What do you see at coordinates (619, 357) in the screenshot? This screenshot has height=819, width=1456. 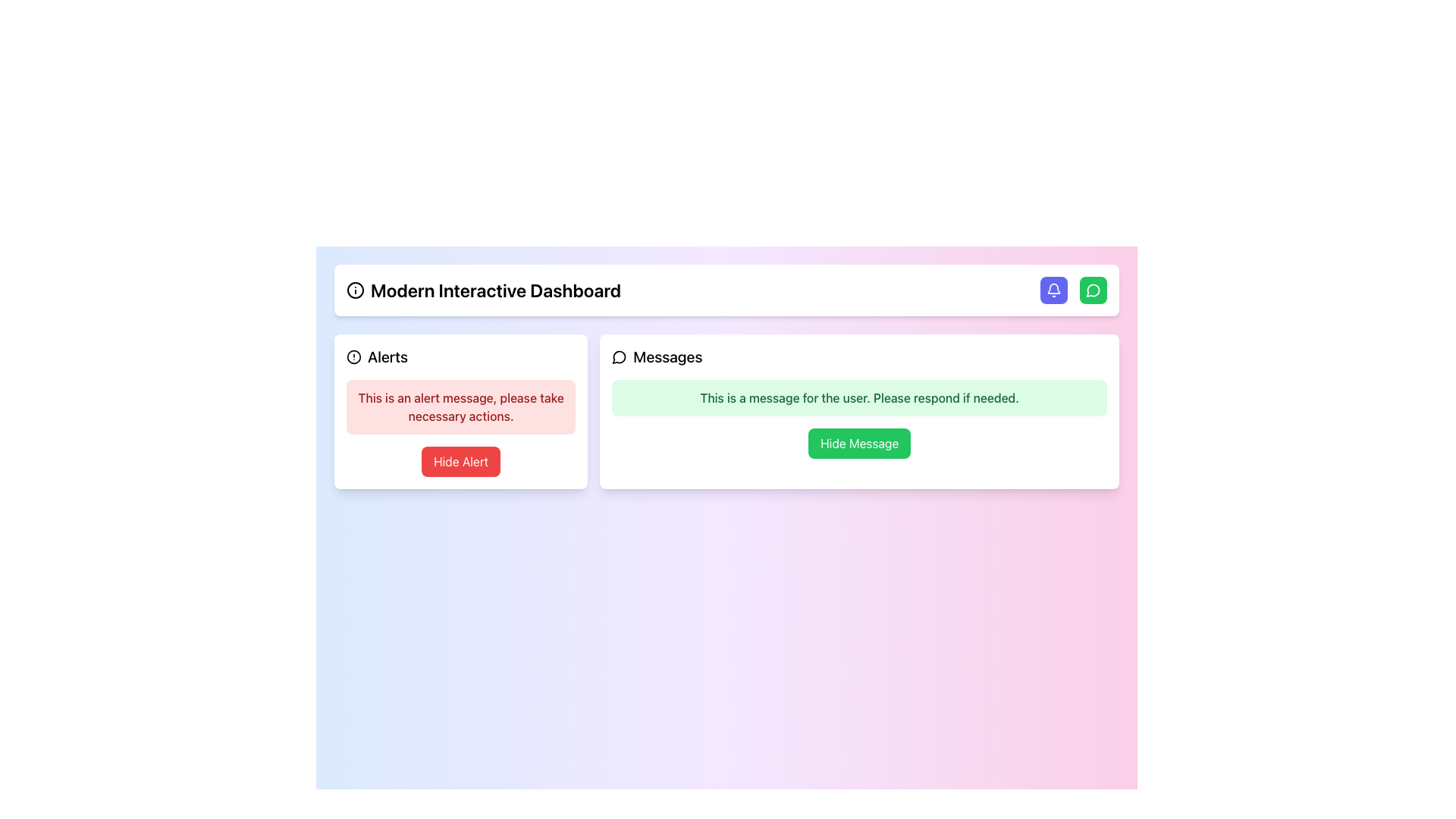 I see `the message icon located as the second icon from the right in the top-right corner of the header` at bounding box center [619, 357].